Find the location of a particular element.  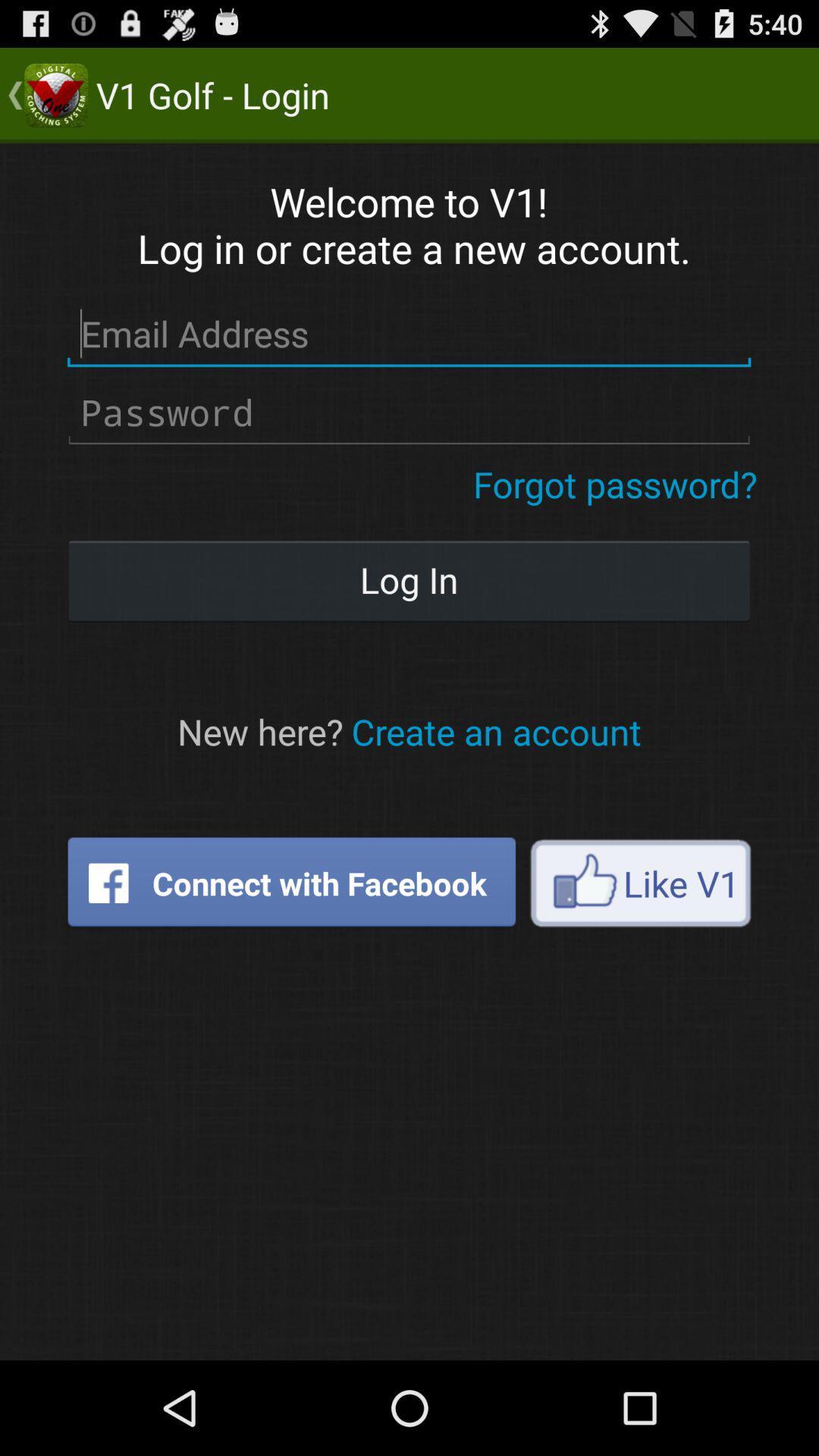

app below the create an account is located at coordinates (640, 883).